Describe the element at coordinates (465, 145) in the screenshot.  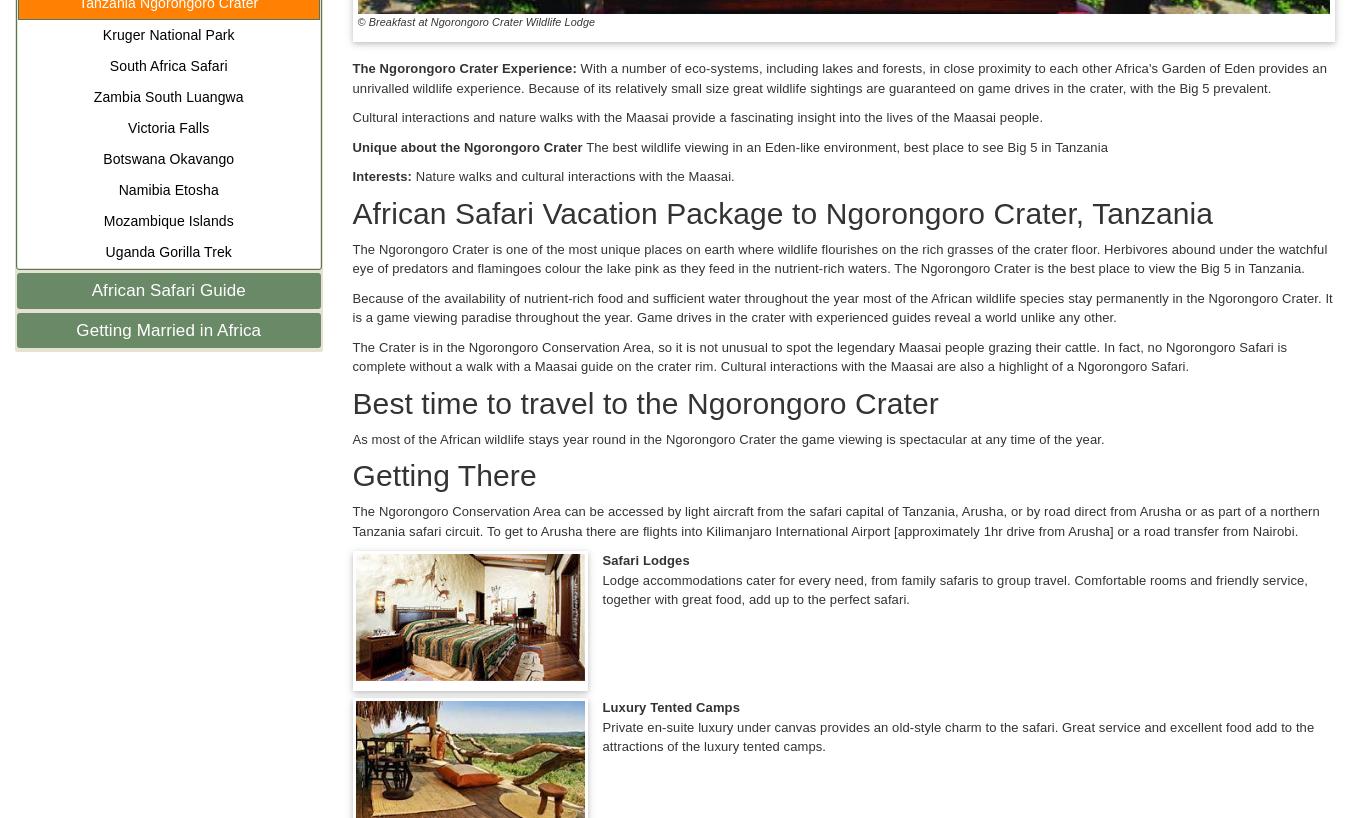
I see `'Unique about the Ngorongoro Crater'` at that location.